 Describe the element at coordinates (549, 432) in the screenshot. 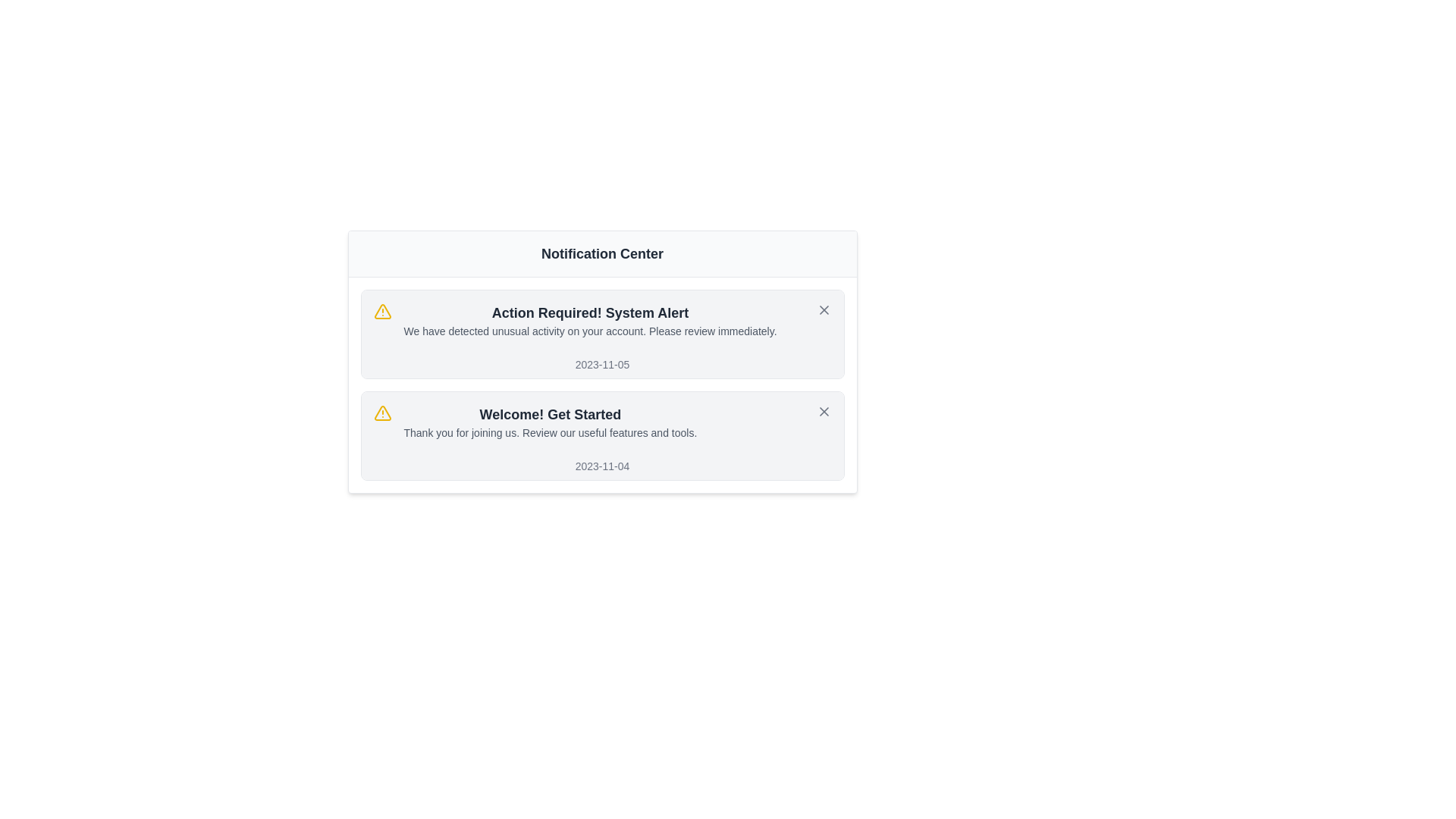

I see `the text element that reads 'Thank you for joining us. Review our useful features and tools.' which is styled in gray and positioned below the title 'Welcome! Get Started' in the second notification box` at that location.